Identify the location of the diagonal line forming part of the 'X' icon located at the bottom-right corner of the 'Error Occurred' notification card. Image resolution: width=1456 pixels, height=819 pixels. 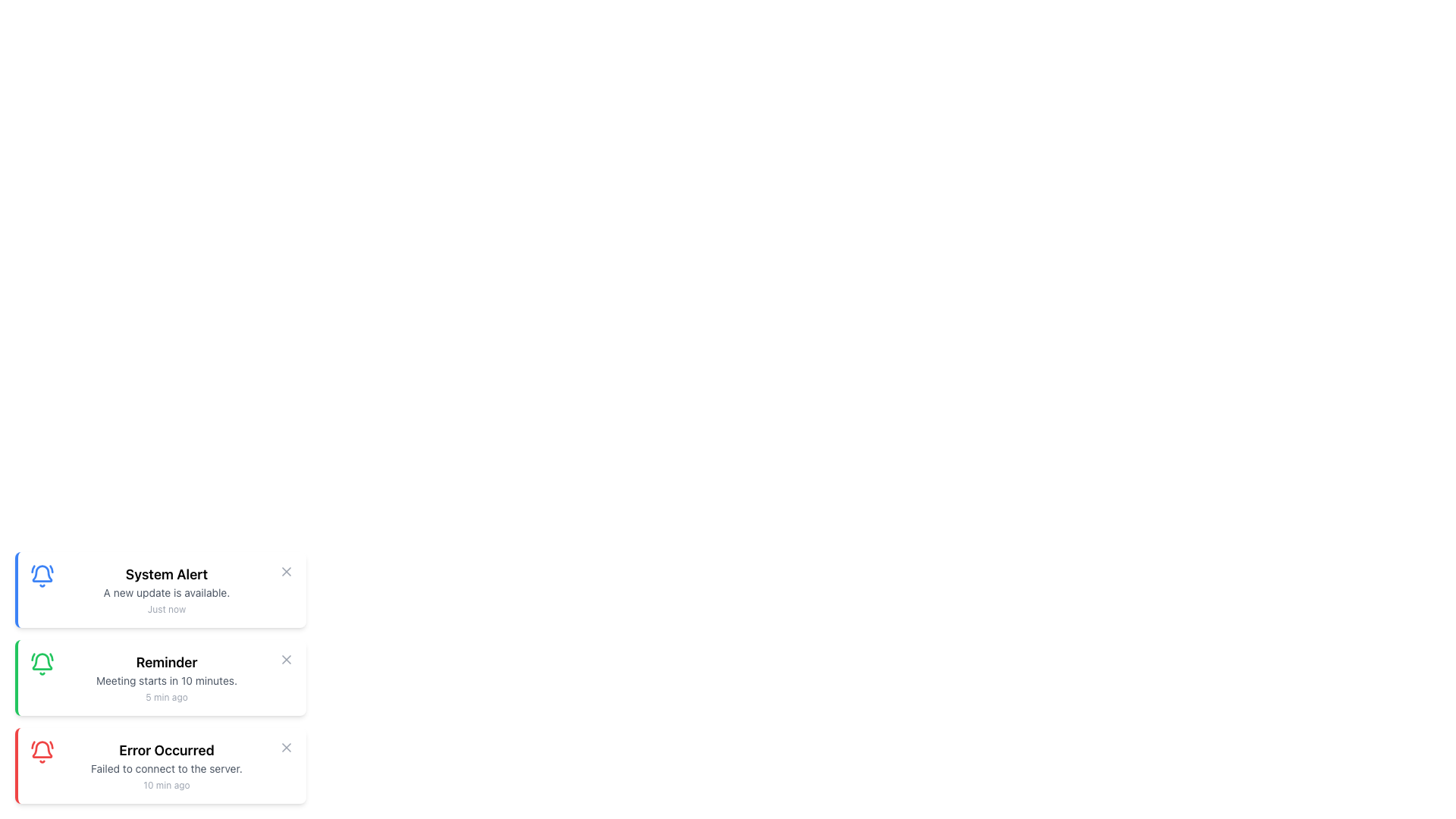
(287, 747).